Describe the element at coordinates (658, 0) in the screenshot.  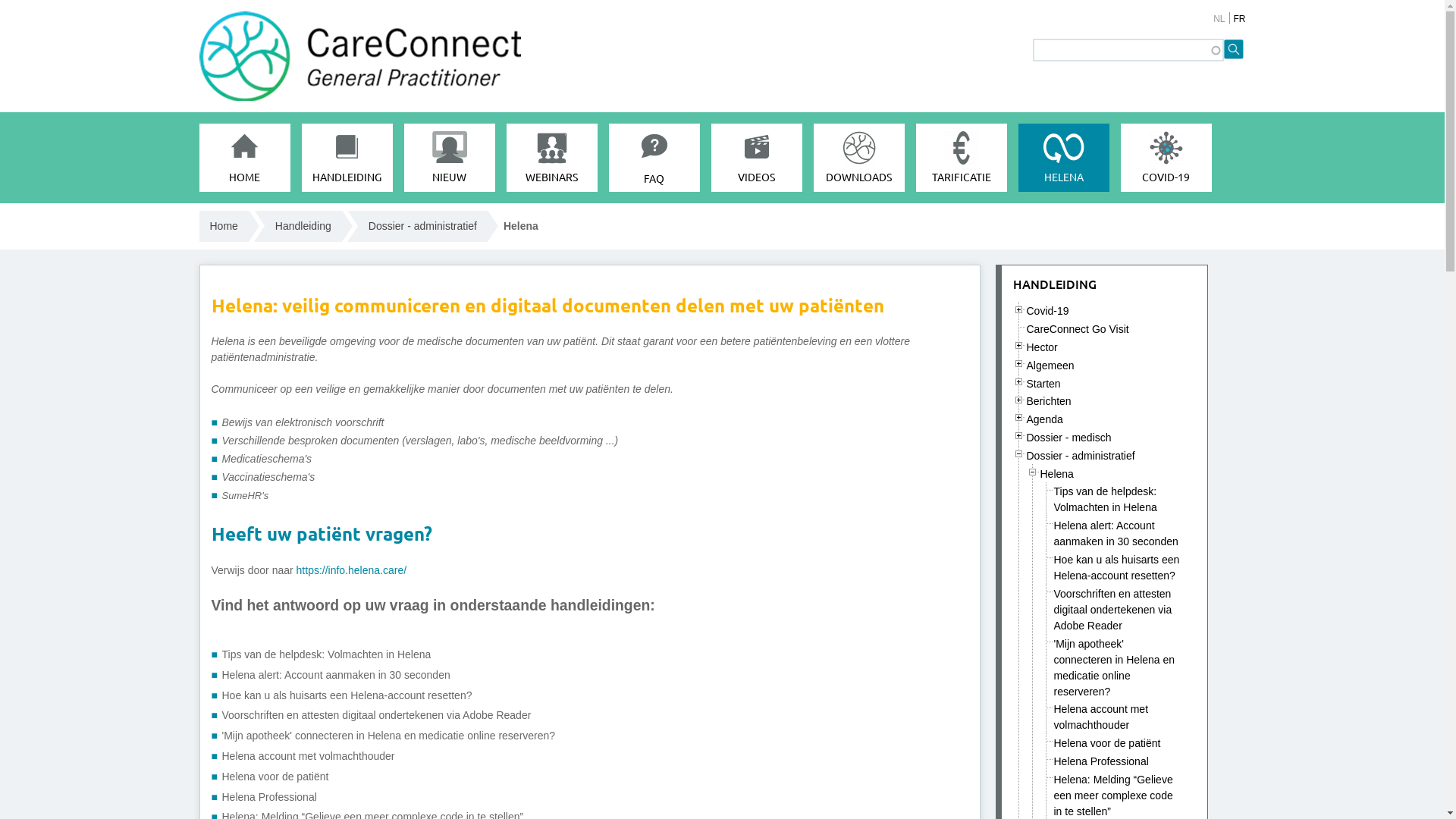
I see `'Skip to main content'` at that location.